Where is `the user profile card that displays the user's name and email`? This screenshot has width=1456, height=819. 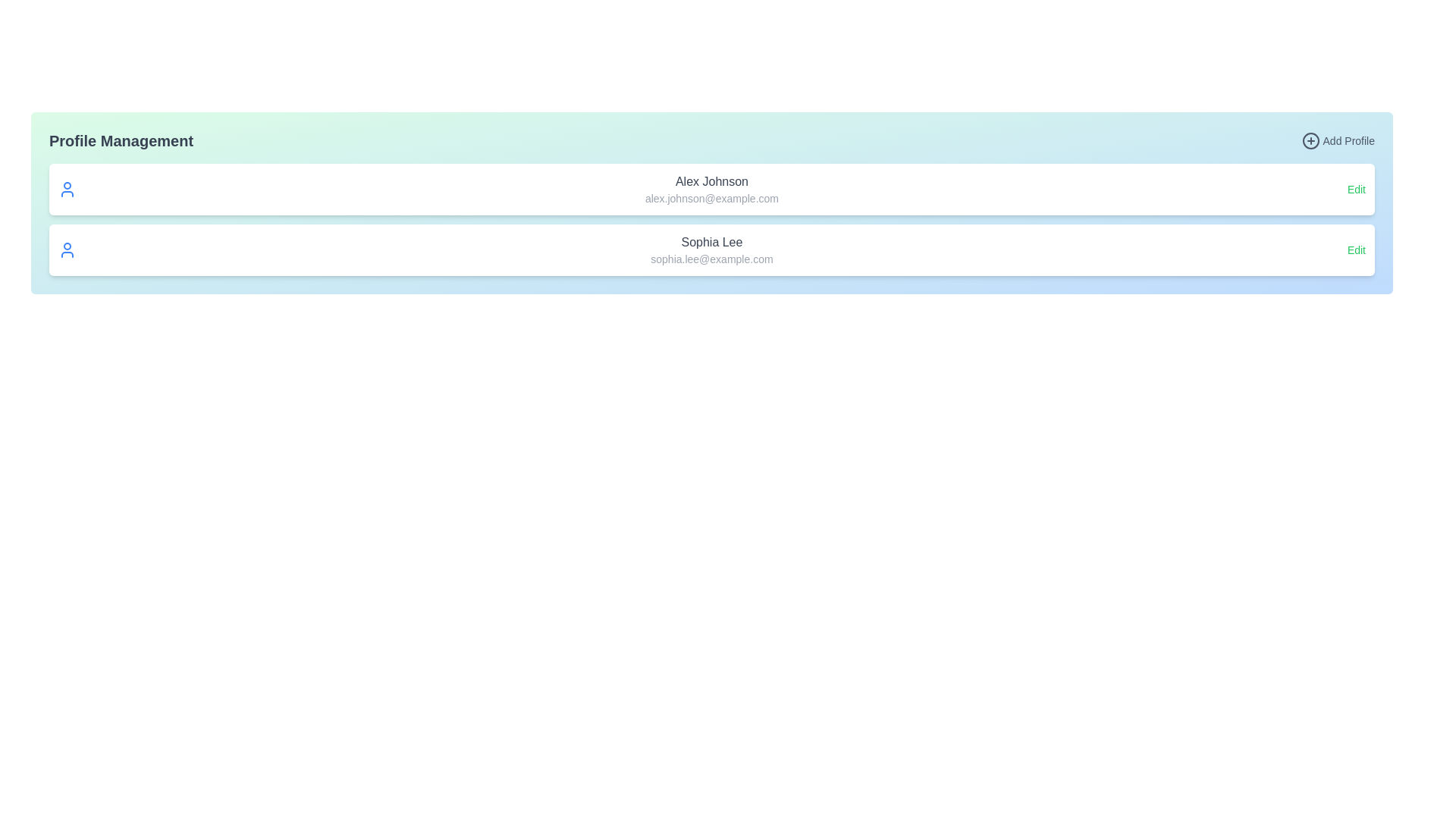
the user profile card that displays the user's name and email is located at coordinates (711, 249).